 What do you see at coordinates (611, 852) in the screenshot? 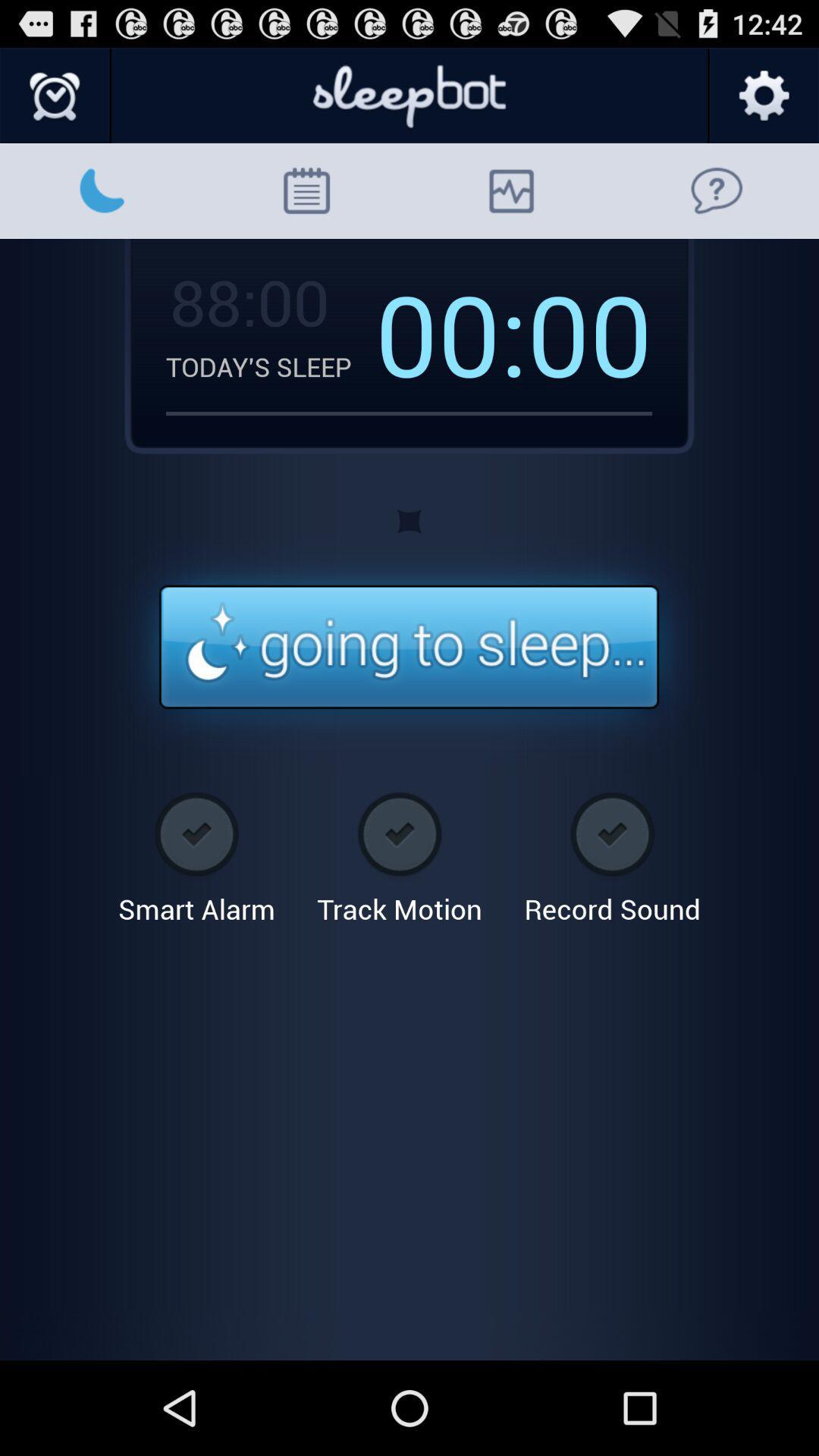
I see `record sound app` at bounding box center [611, 852].